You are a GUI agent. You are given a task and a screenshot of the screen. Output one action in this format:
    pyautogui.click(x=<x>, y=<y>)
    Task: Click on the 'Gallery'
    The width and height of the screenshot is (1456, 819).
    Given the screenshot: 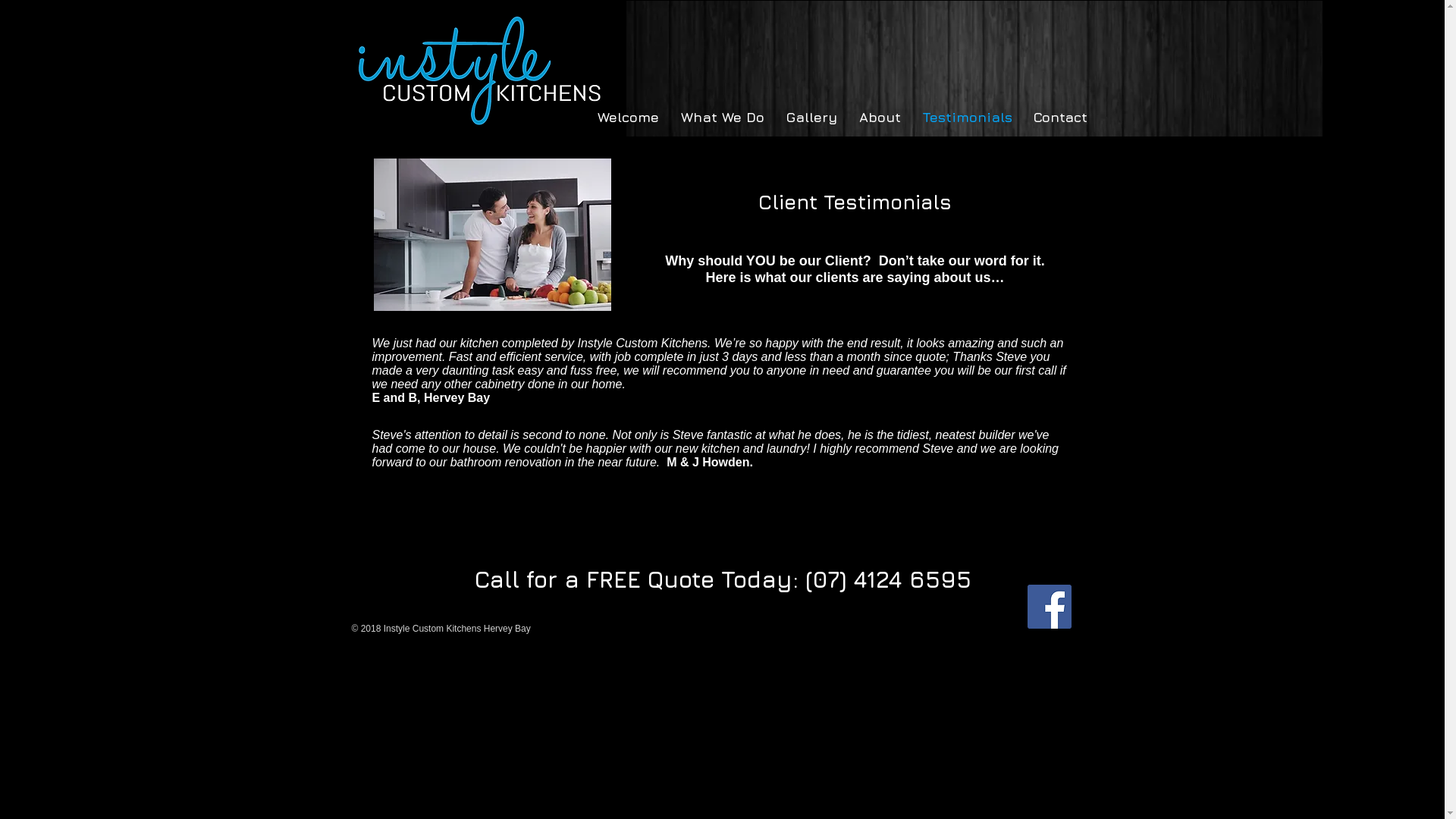 What is the action you would take?
    pyautogui.click(x=807, y=116)
    